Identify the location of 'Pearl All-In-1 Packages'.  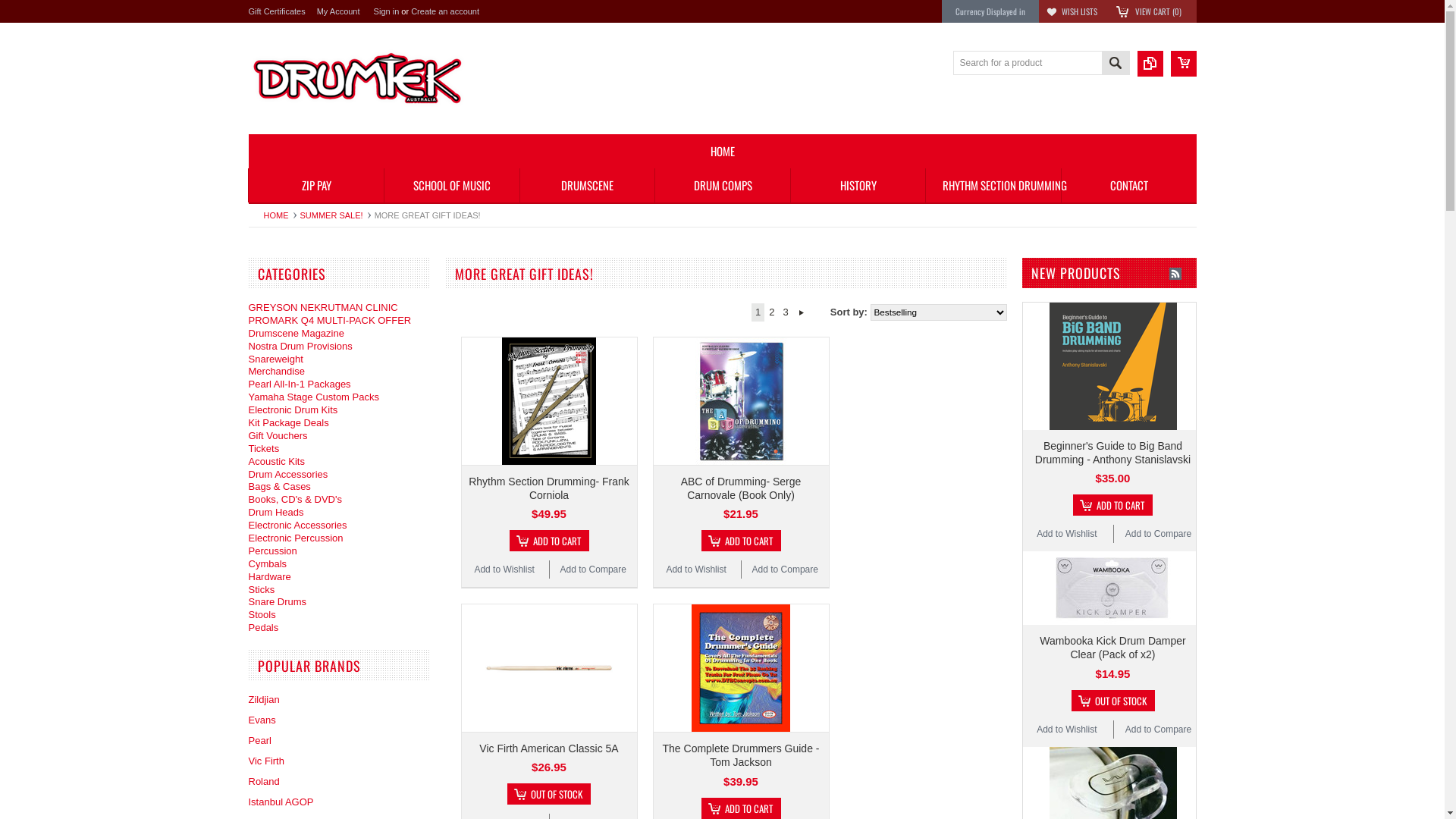
(300, 383).